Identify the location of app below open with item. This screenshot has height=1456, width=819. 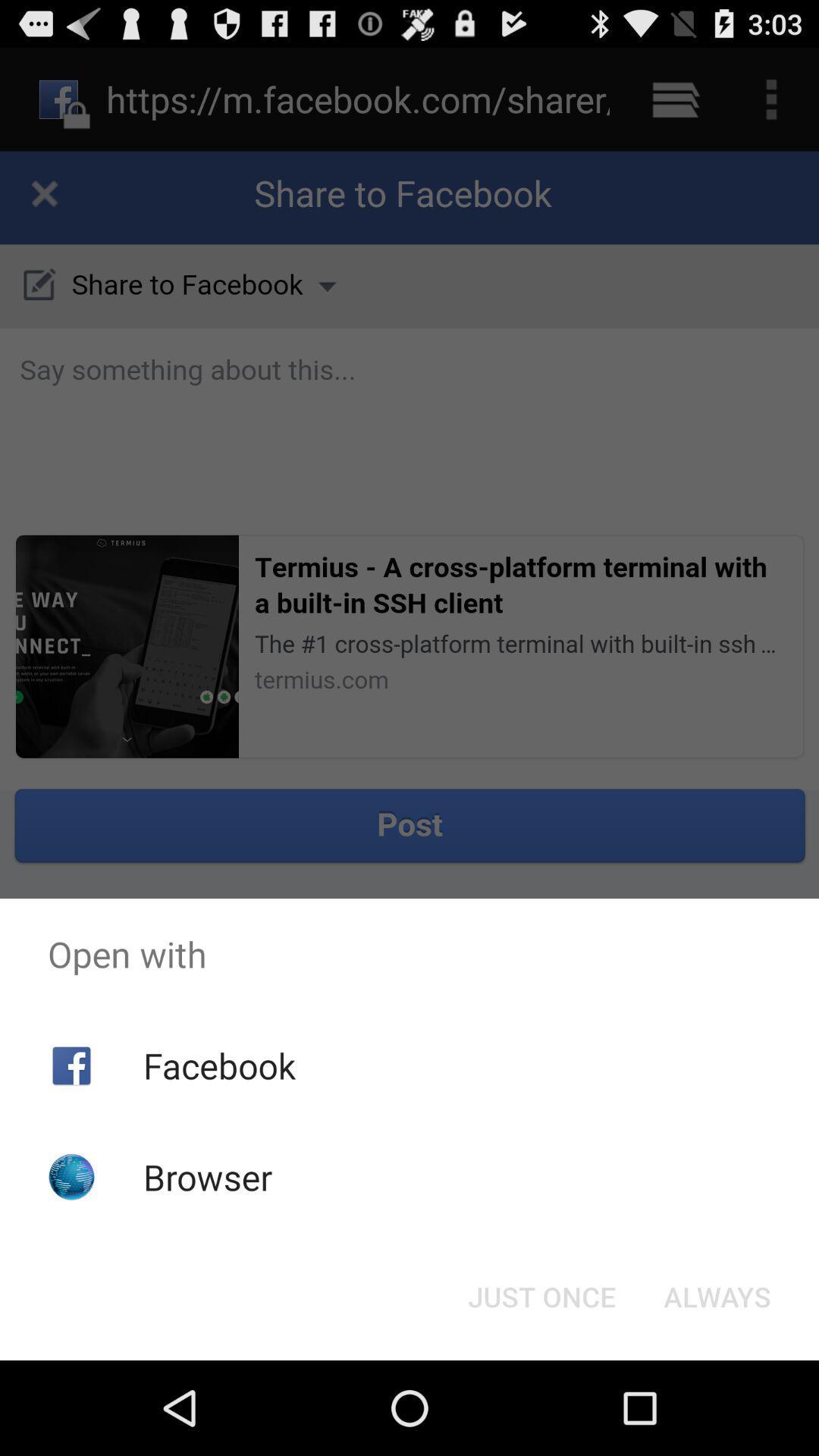
(717, 1295).